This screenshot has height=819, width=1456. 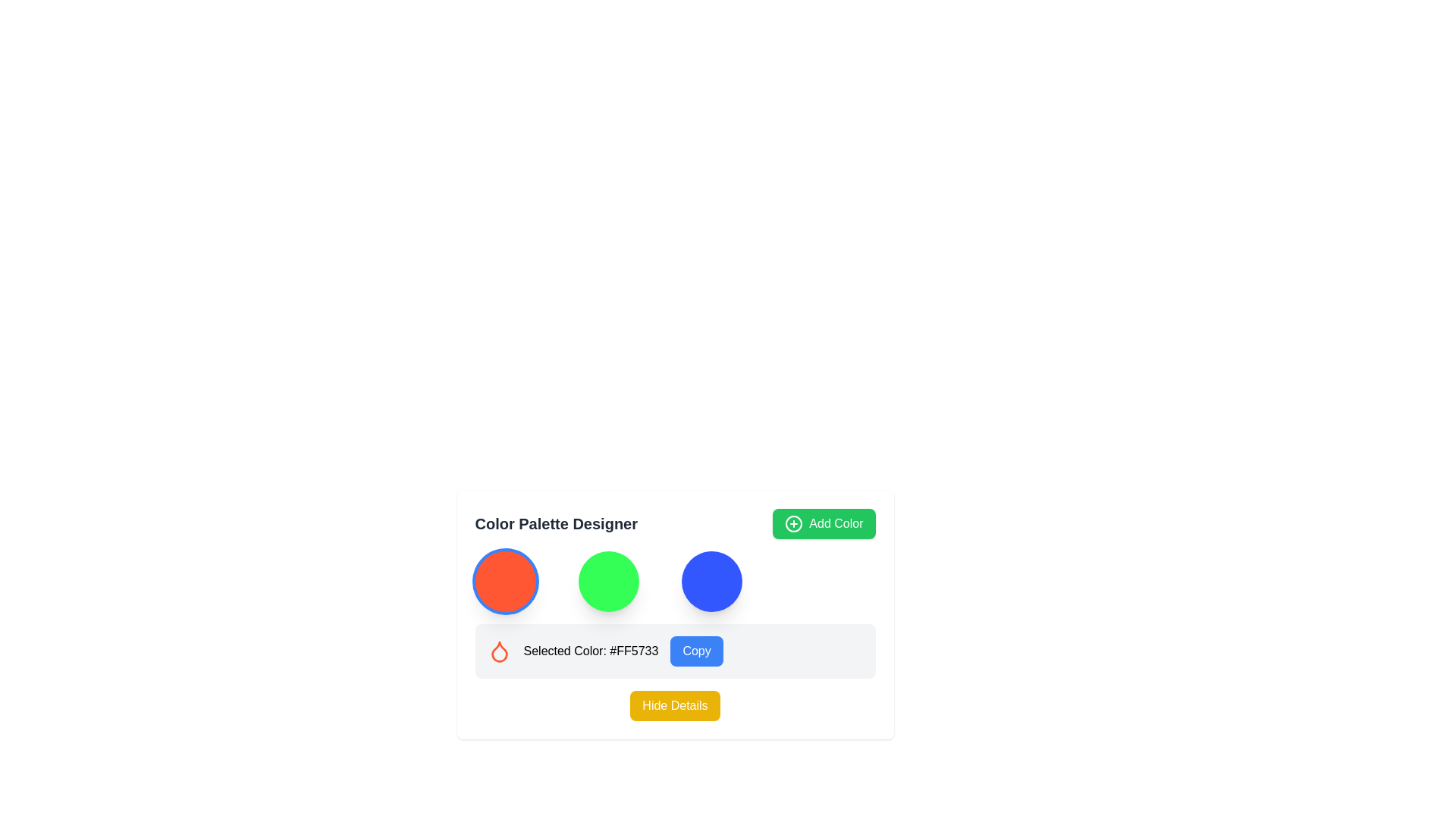 What do you see at coordinates (590, 651) in the screenshot?
I see `the static text displaying 'Selected Color: #FF5733', which is positioned to the right of the droplet icon and to the left of the 'Copy' button` at bounding box center [590, 651].